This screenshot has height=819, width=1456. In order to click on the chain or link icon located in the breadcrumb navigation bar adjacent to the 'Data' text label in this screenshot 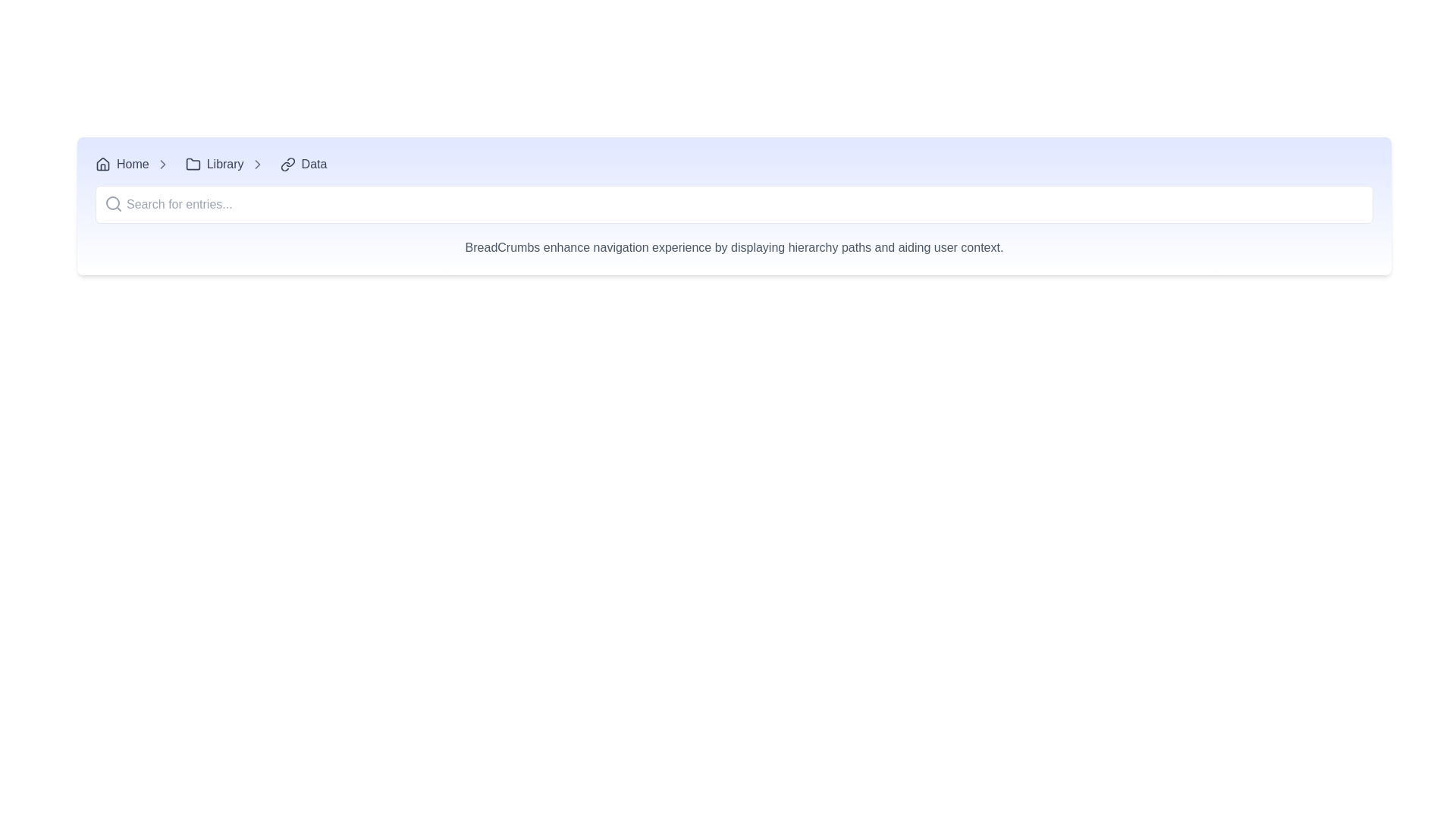, I will do `click(290, 162)`.